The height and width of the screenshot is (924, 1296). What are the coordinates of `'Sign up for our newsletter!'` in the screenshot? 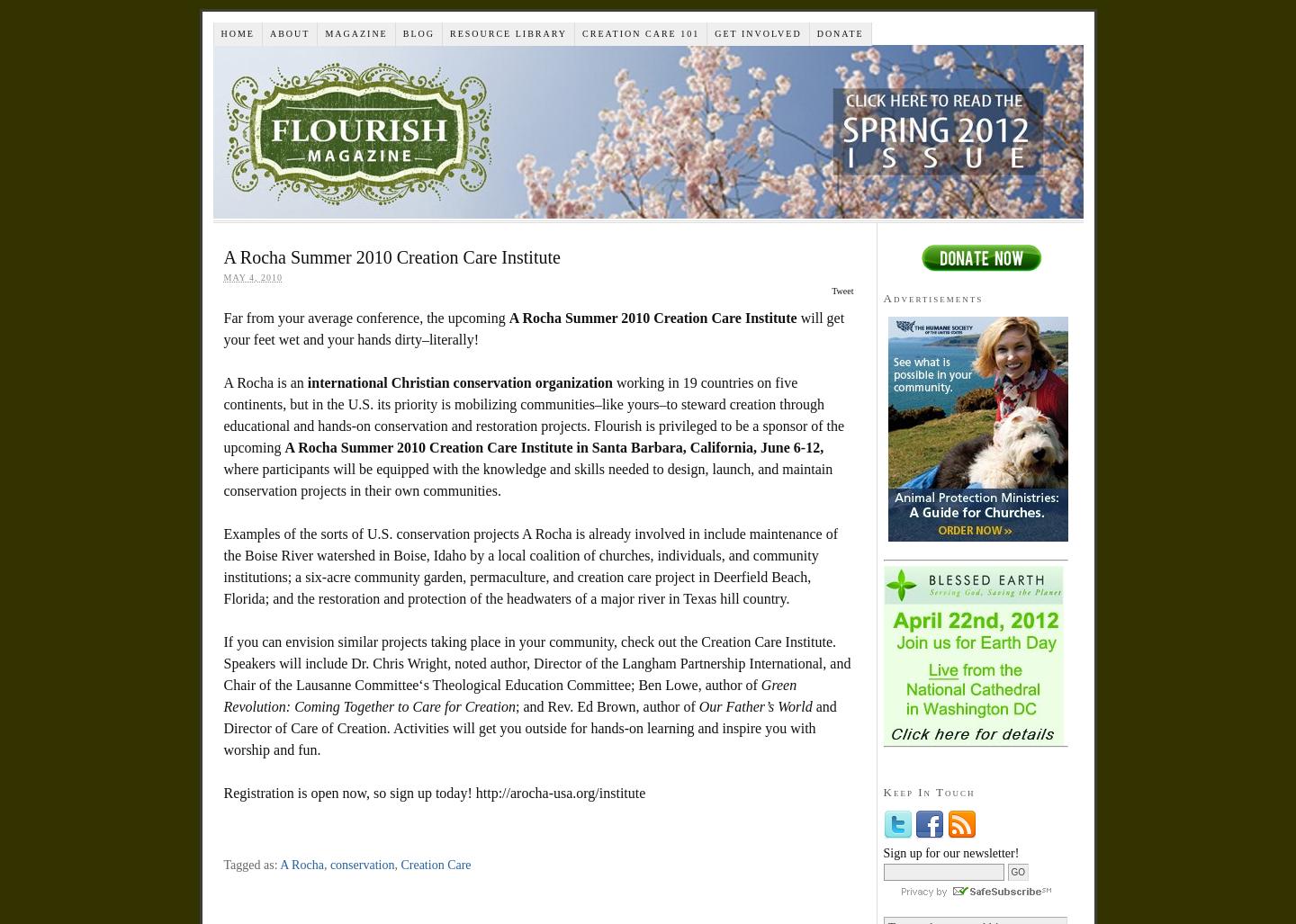 It's located at (950, 852).